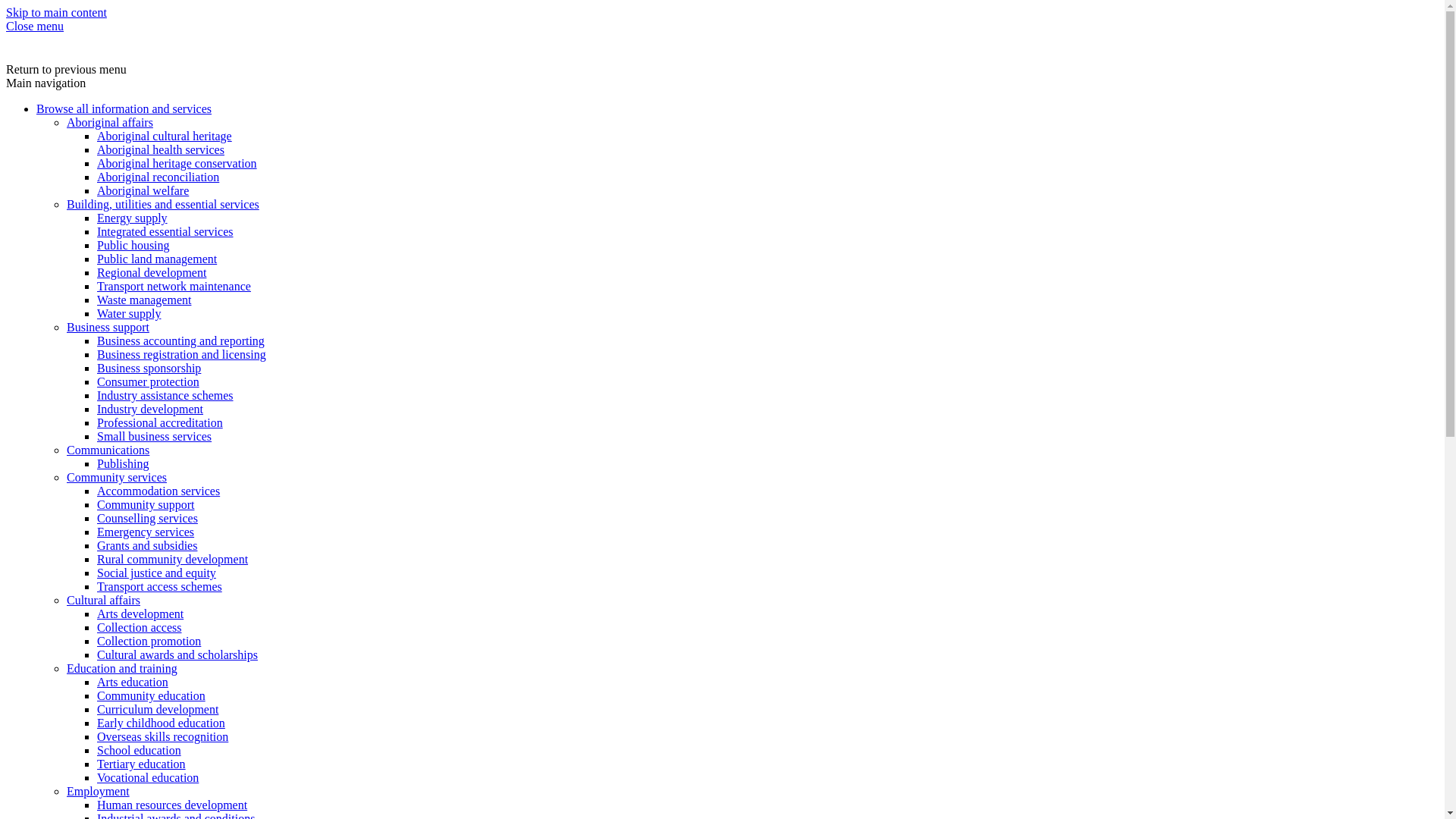 The width and height of the screenshot is (1456, 819). What do you see at coordinates (6, 12) in the screenshot?
I see `'Skip to main content'` at bounding box center [6, 12].